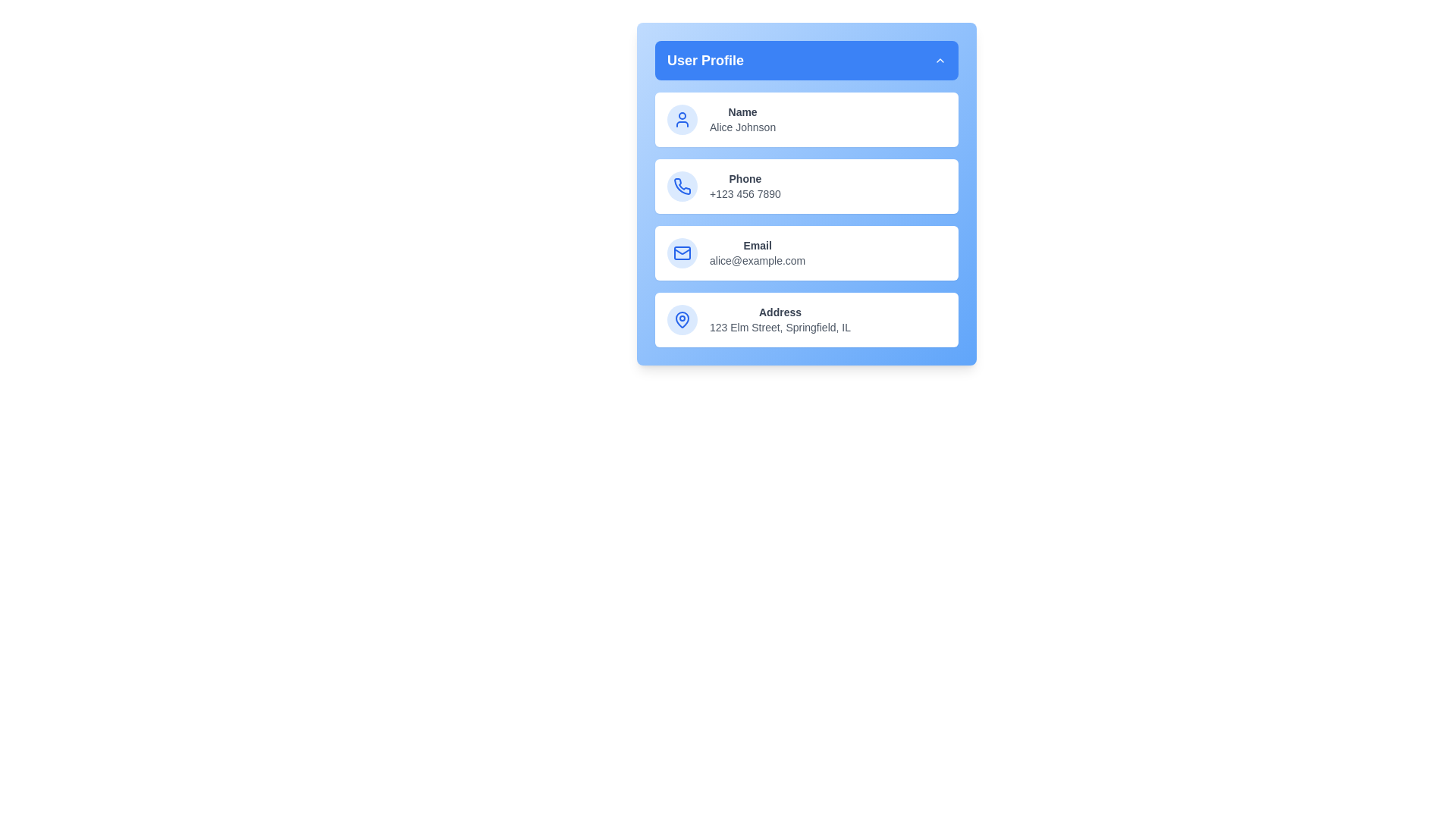 The height and width of the screenshot is (819, 1456). Describe the element at coordinates (682, 318) in the screenshot. I see `the blue pin or location marker icon located in the bottom entry of the 'Address' list, which contains the text '123 Elm Street, Springfield, IL'` at that location.